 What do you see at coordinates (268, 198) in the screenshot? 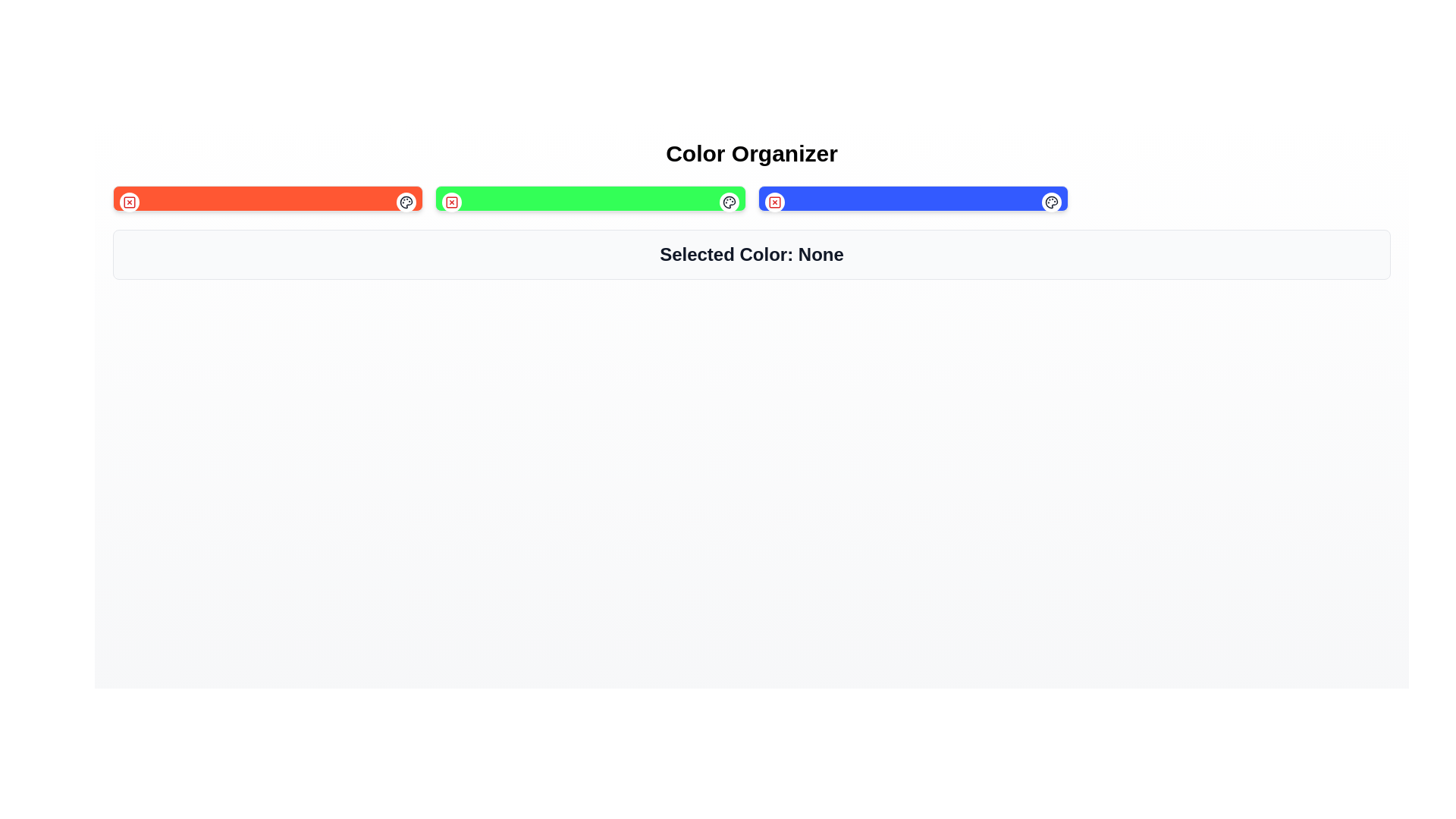
I see `the first color selector in the top-left corner of the four-column grid layout` at bounding box center [268, 198].